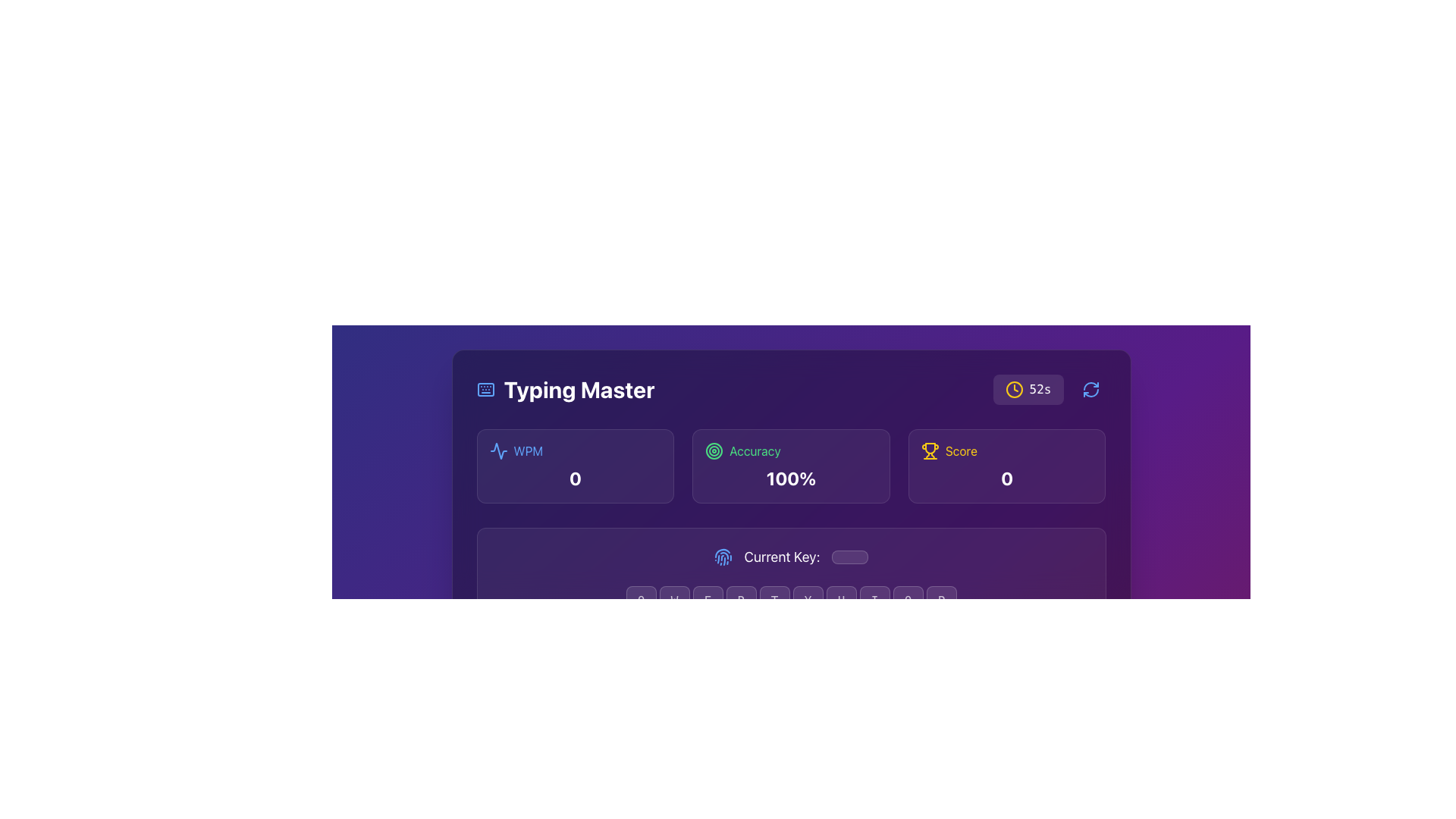 This screenshot has height=819, width=1456. Describe the element at coordinates (574, 479) in the screenshot. I see `value displayed in the bold, white-colored numeral '0' located on the left side of the upper panel under the 'WPM' label` at that location.